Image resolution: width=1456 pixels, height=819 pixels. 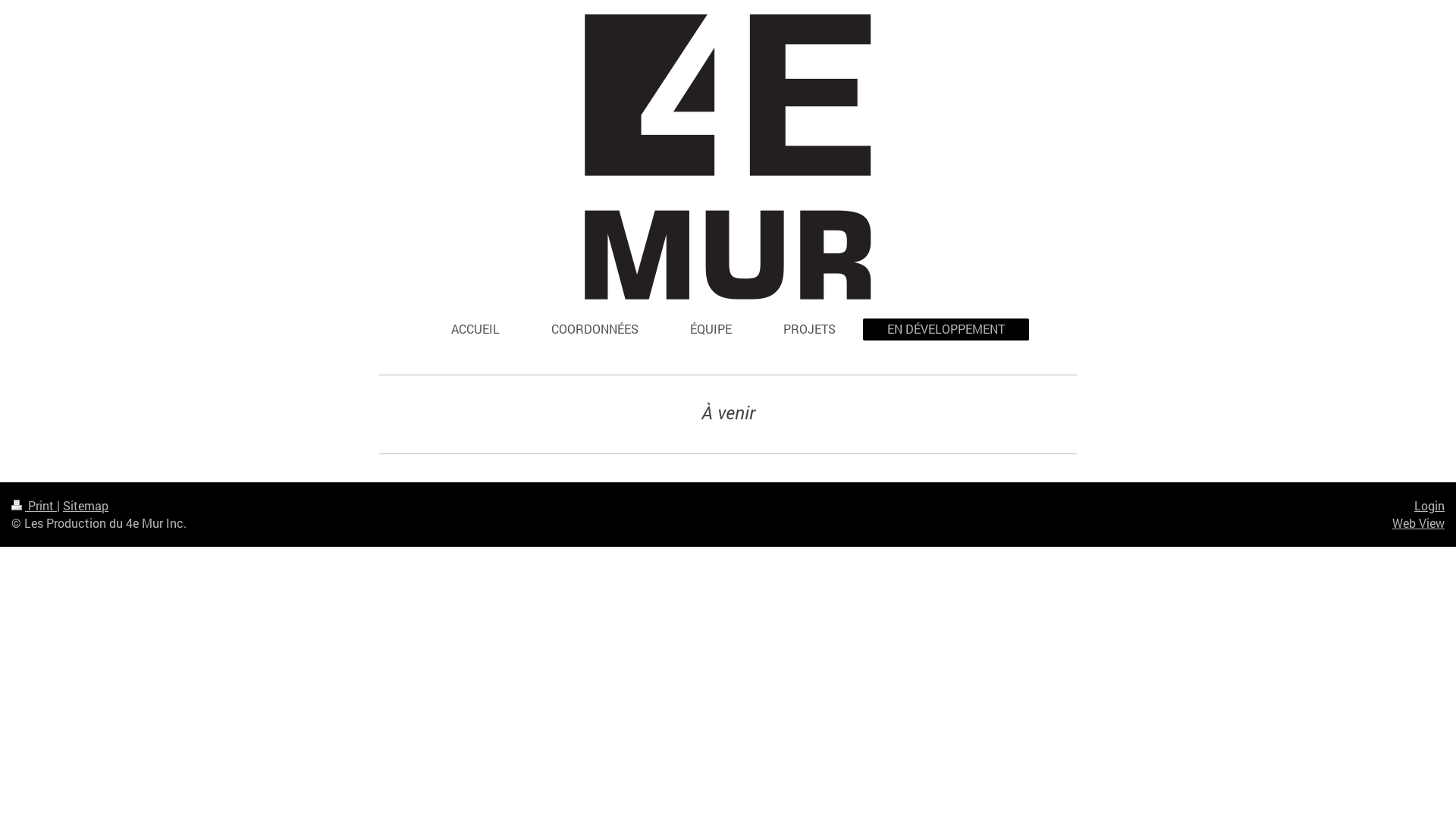 I want to click on 'Print', so click(x=33, y=505).